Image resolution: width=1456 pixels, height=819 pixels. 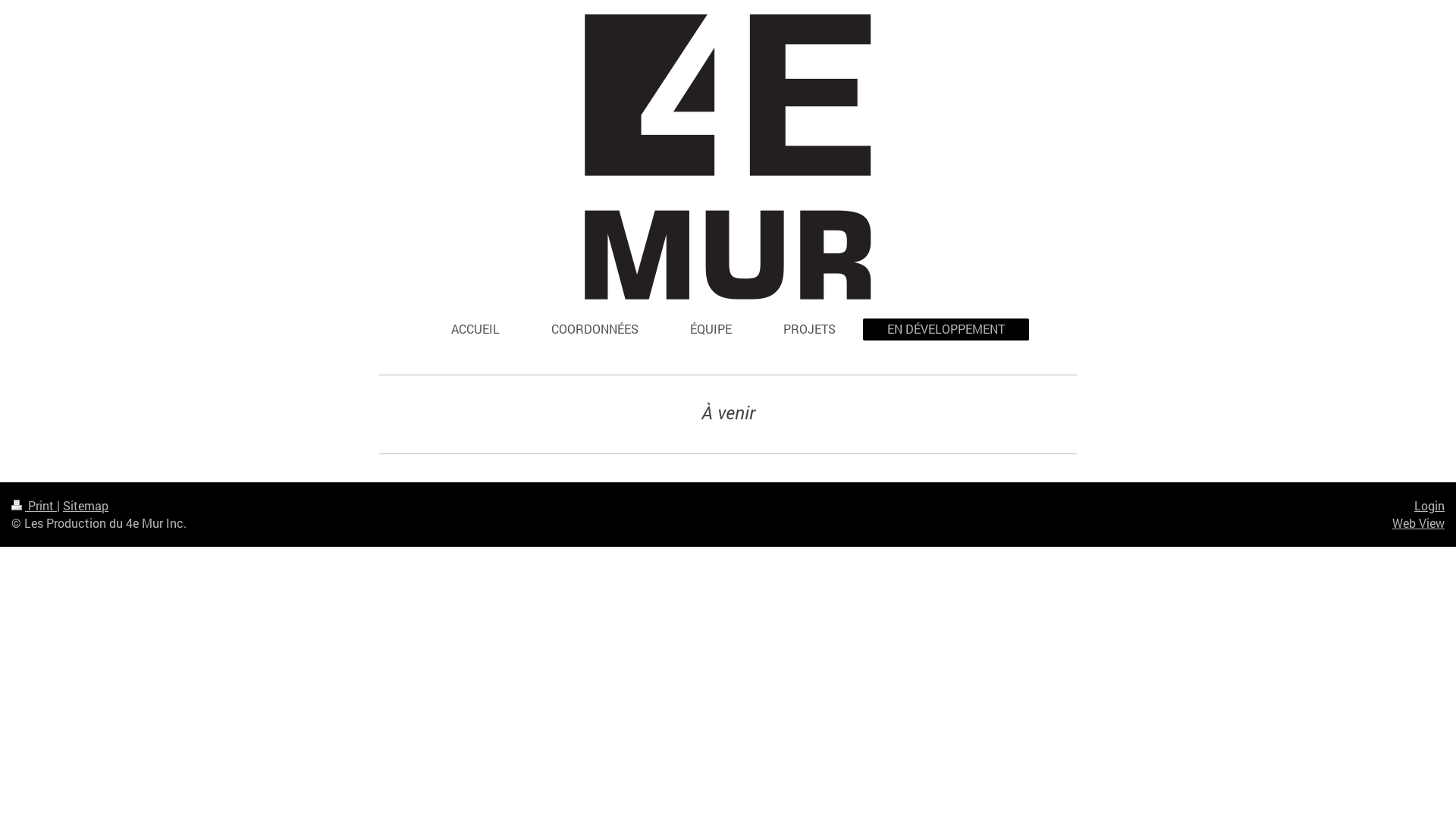 I want to click on 'Print', so click(x=33, y=505).